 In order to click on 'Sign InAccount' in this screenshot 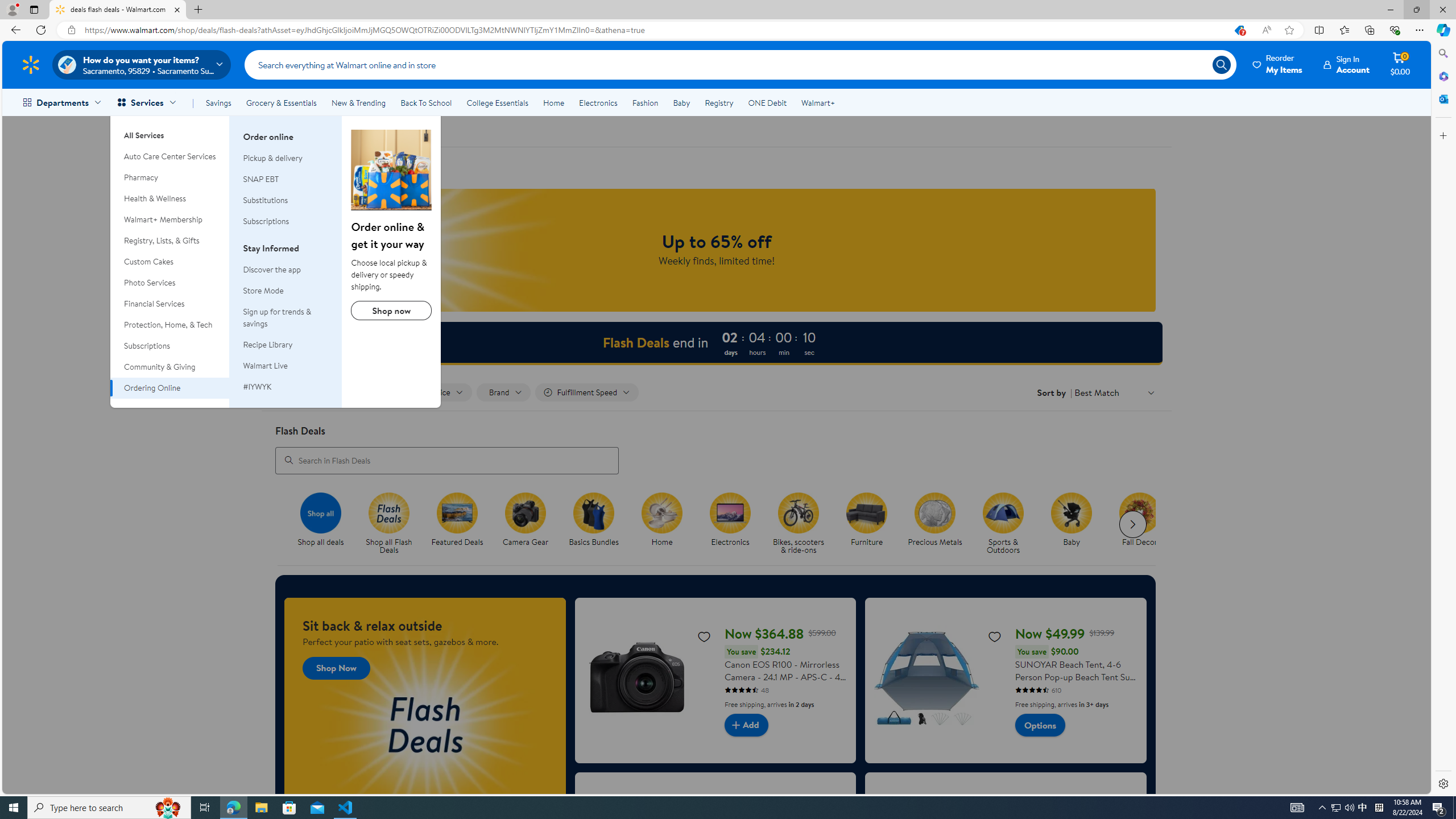, I will do `click(1347, 64)`.